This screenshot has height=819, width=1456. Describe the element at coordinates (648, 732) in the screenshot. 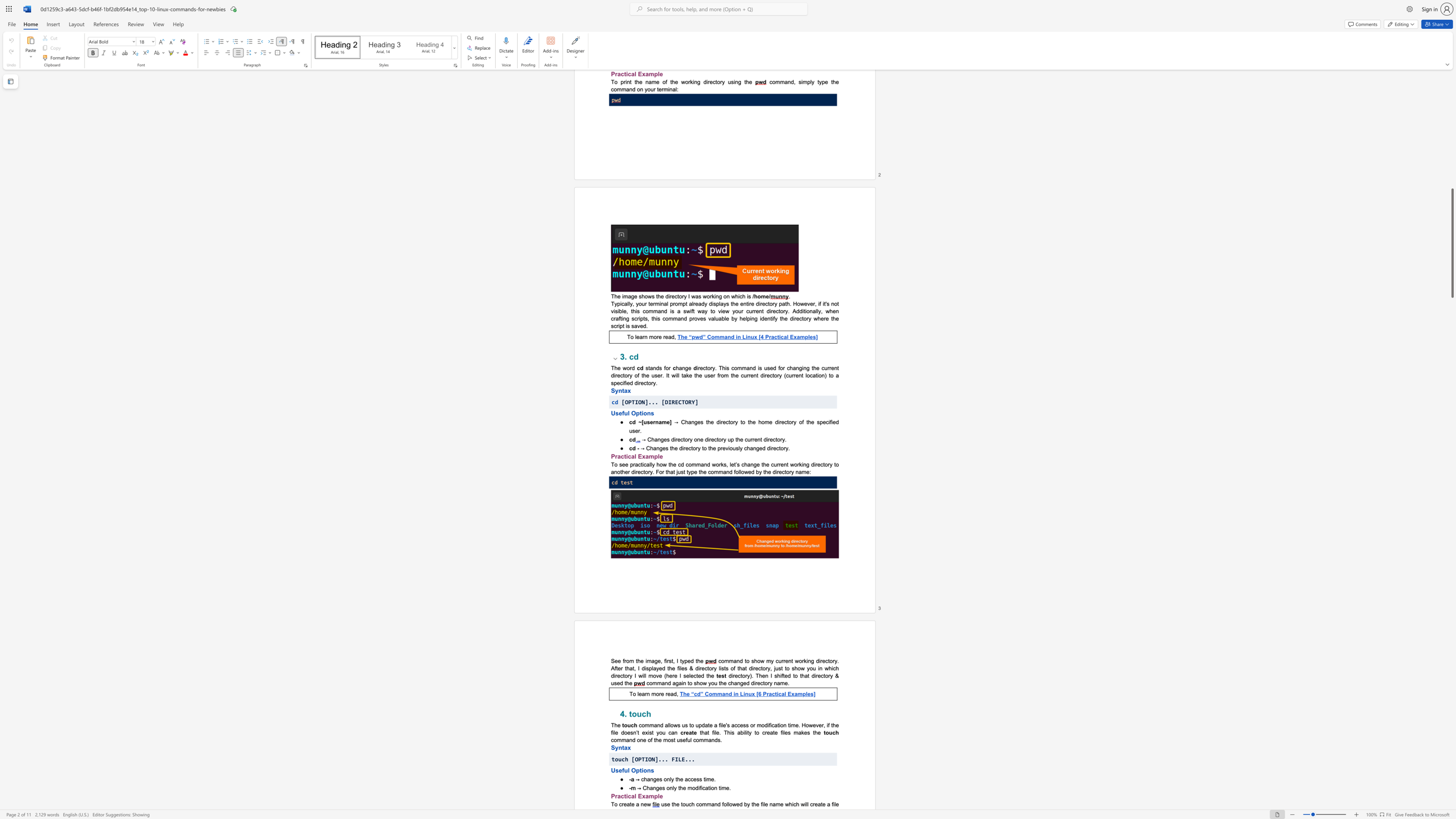

I see `the 1th character "i" in the text` at that location.